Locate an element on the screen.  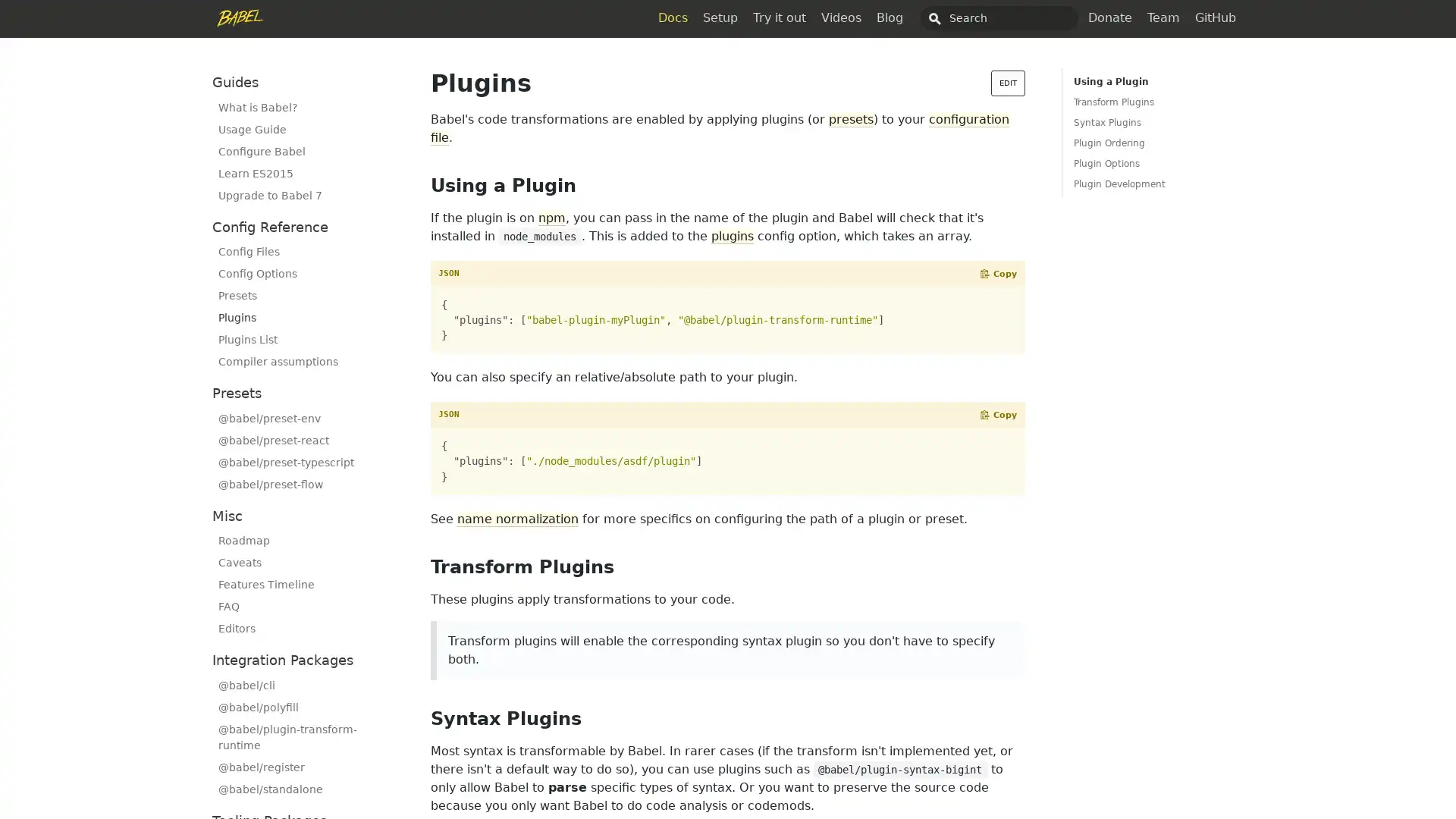
Copy code to clipboard is located at coordinates (998, 274).